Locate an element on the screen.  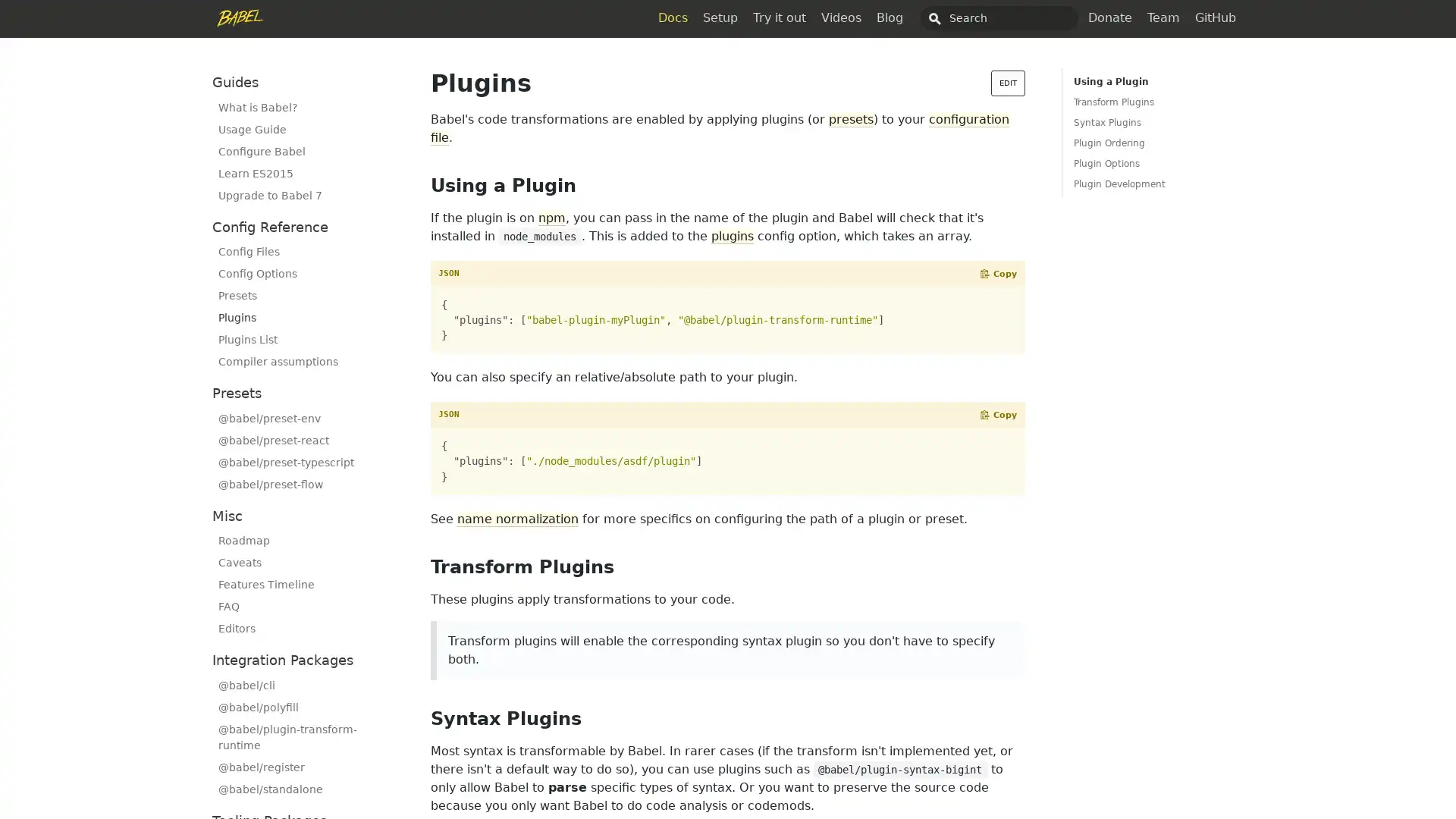
Copy code to clipboard is located at coordinates (998, 274).